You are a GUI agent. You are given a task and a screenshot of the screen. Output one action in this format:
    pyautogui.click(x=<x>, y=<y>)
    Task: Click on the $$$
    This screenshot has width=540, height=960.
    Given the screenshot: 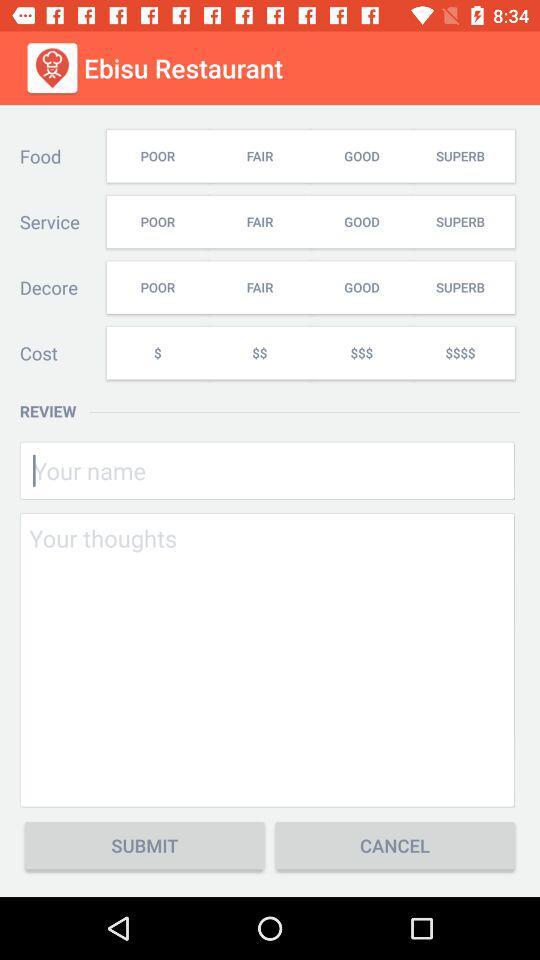 What is the action you would take?
    pyautogui.click(x=360, y=353)
    